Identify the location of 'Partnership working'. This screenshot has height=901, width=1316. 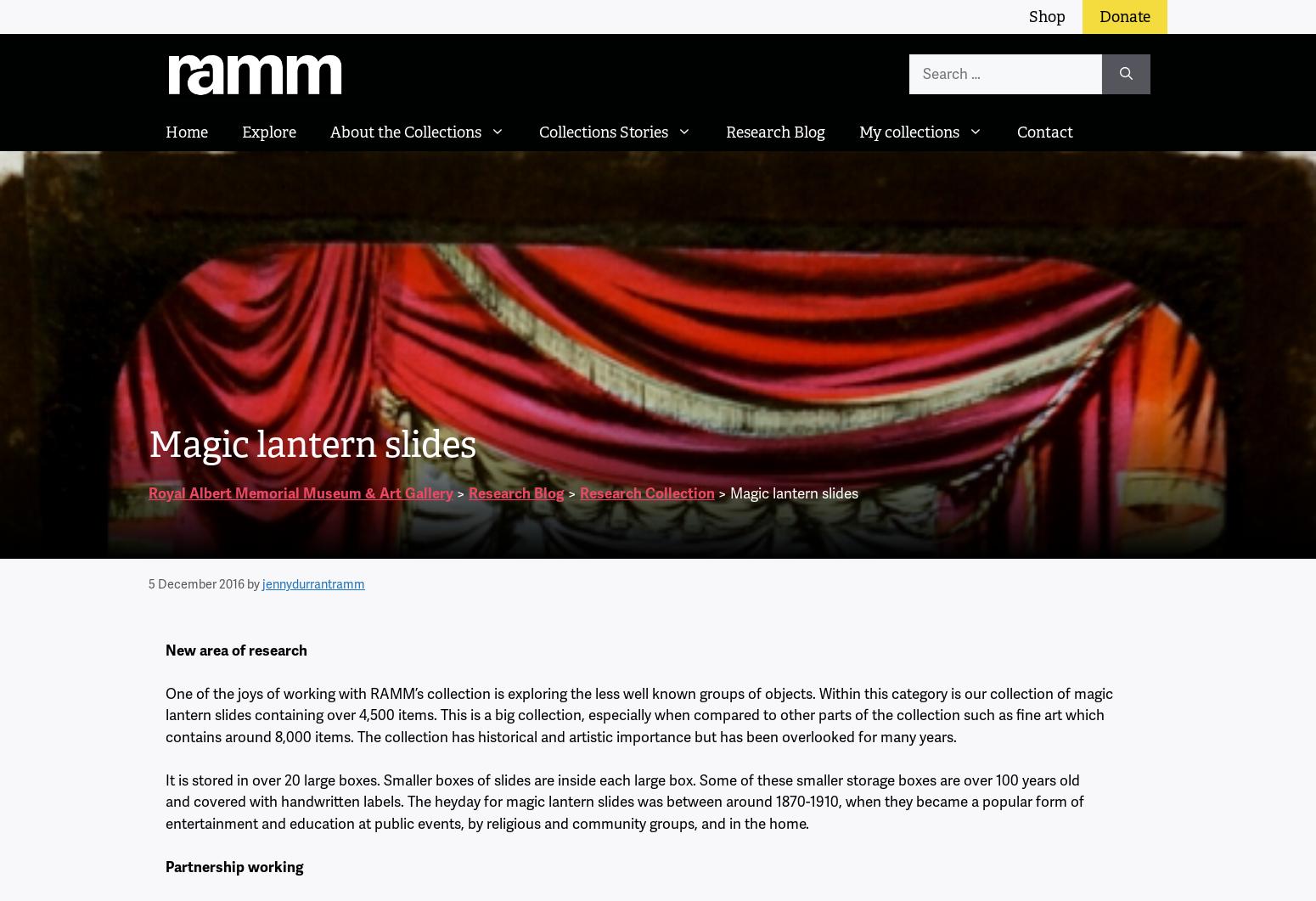
(234, 865).